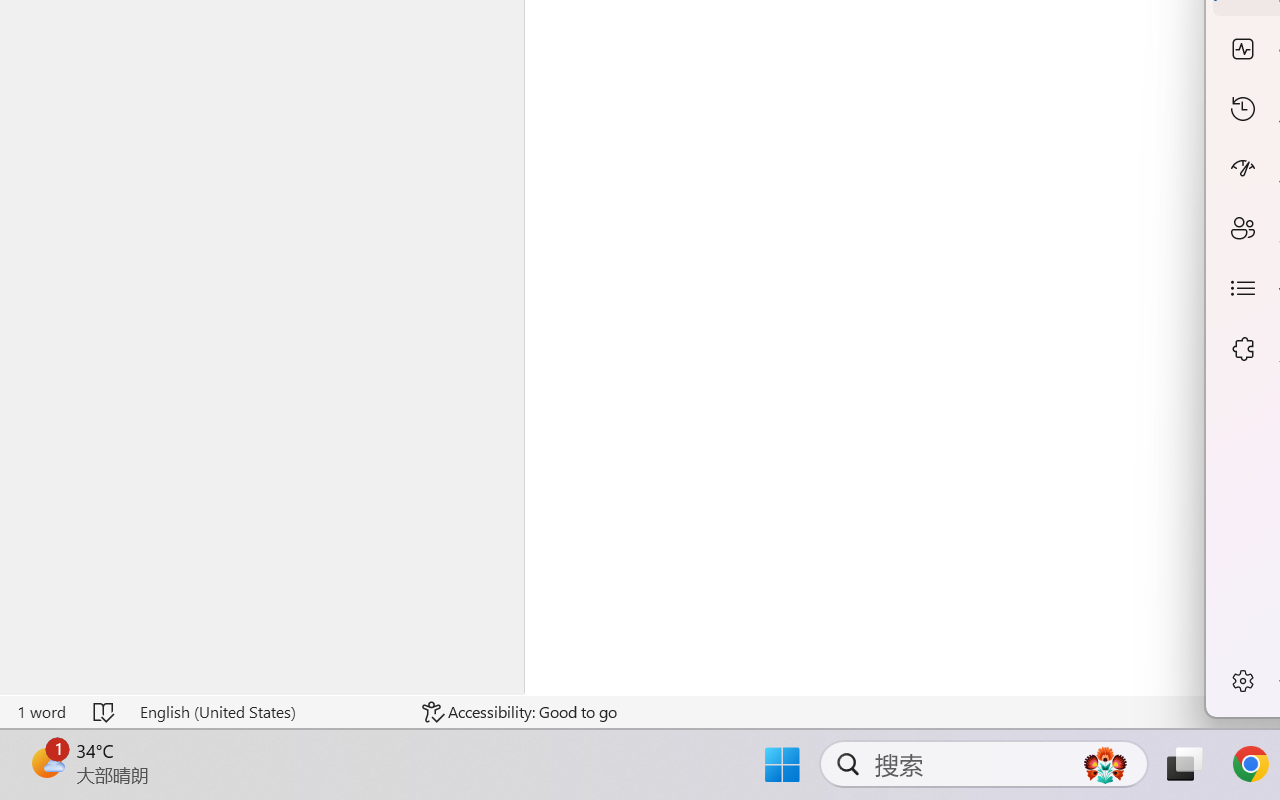 The image size is (1280, 800). Describe the element at coordinates (519, 711) in the screenshot. I see `'Accessibility Checker Accessibility: Good to go'` at that location.